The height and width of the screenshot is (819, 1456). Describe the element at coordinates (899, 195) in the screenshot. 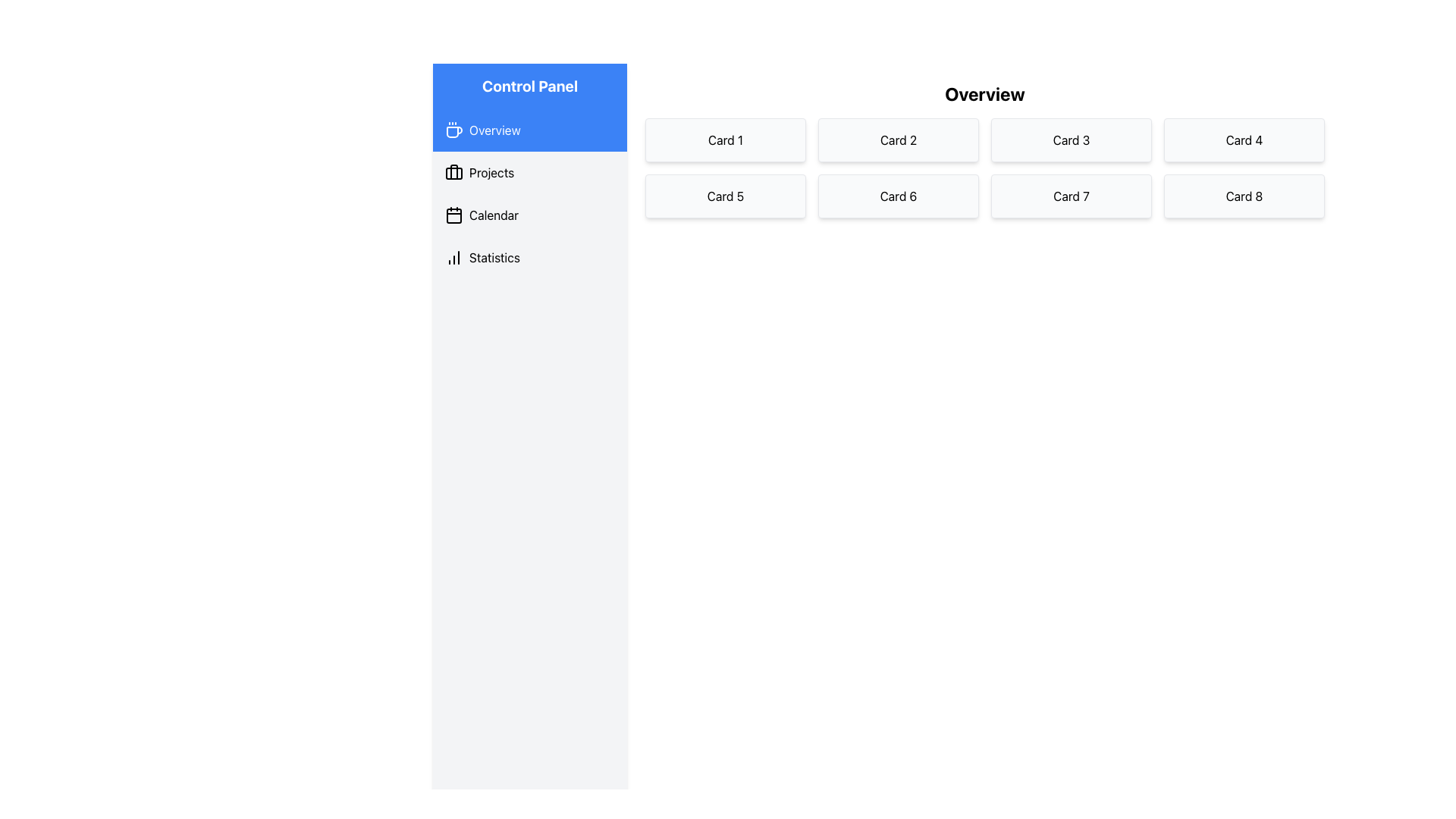

I see `text content of the text label displaying 'Card 6' located in the second row and second column of the grid under the 'Overview' section` at that location.